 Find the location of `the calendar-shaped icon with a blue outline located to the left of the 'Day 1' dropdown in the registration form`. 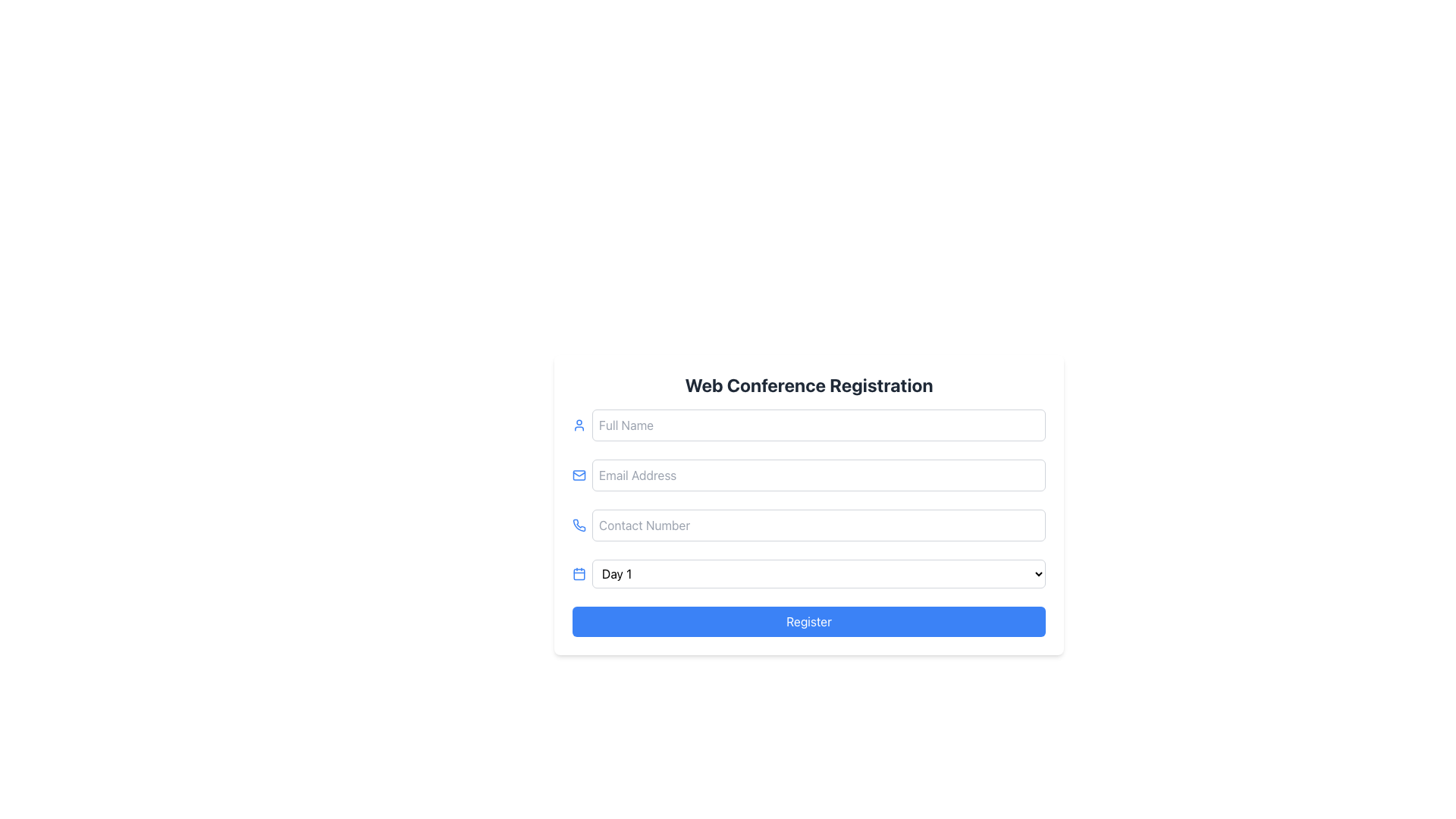

the calendar-shaped icon with a blue outline located to the left of the 'Day 1' dropdown in the registration form is located at coordinates (578, 573).